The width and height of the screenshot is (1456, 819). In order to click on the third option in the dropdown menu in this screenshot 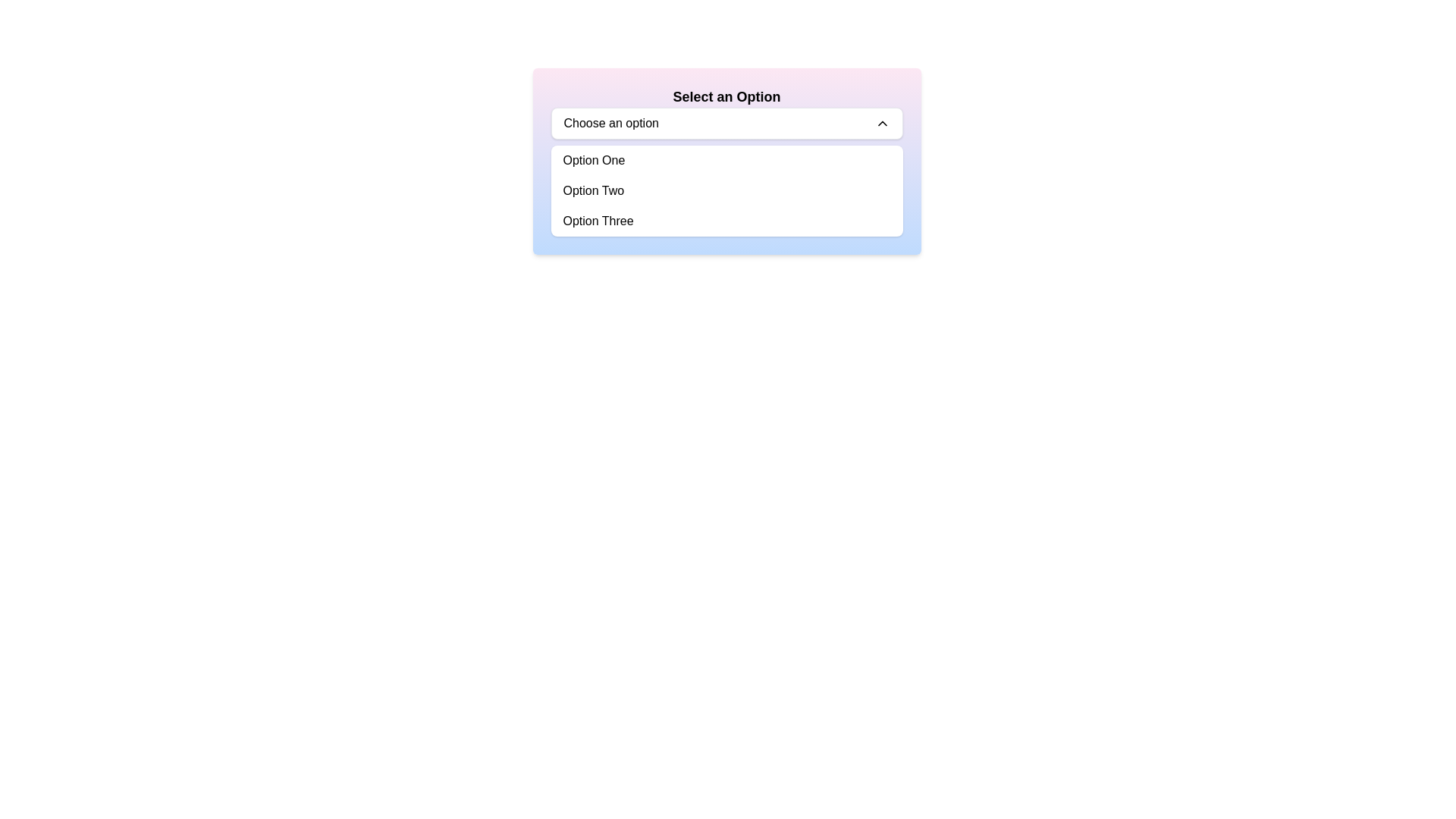, I will do `click(598, 221)`.